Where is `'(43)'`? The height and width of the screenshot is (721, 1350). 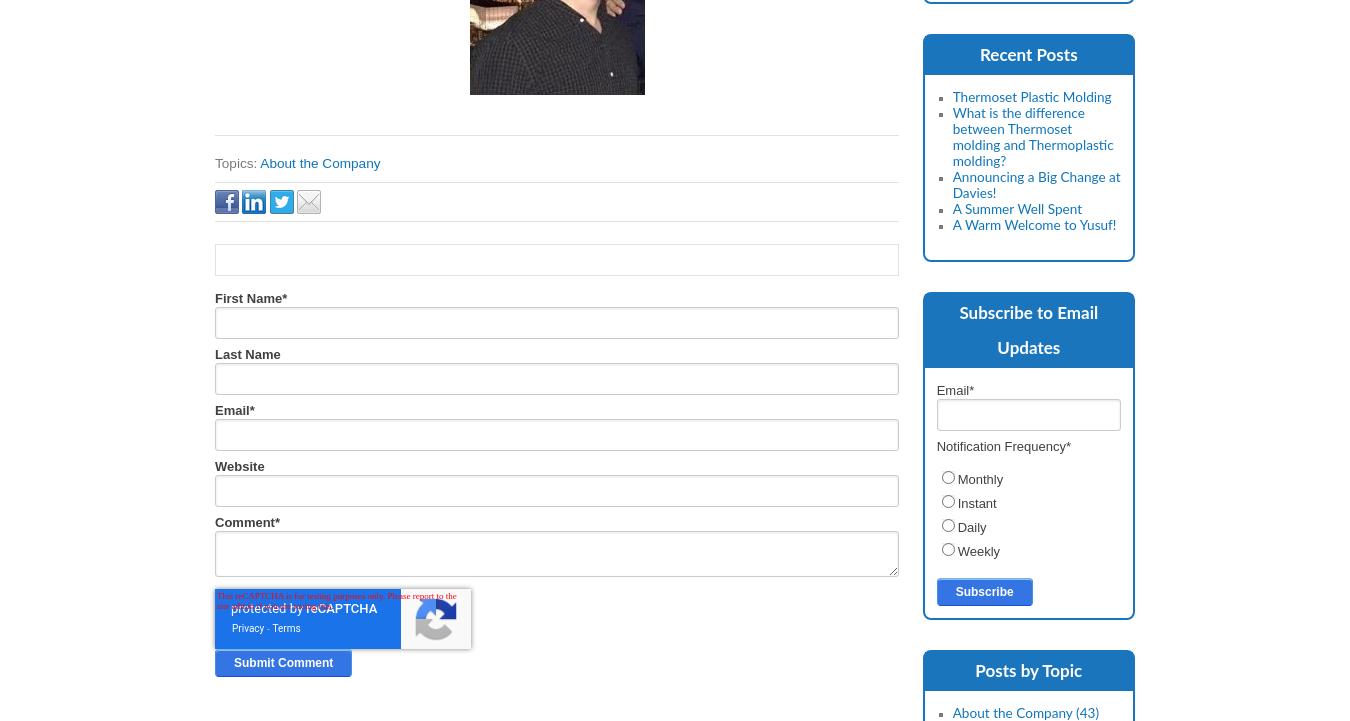 '(43)' is located at coordinates (1087, 711).